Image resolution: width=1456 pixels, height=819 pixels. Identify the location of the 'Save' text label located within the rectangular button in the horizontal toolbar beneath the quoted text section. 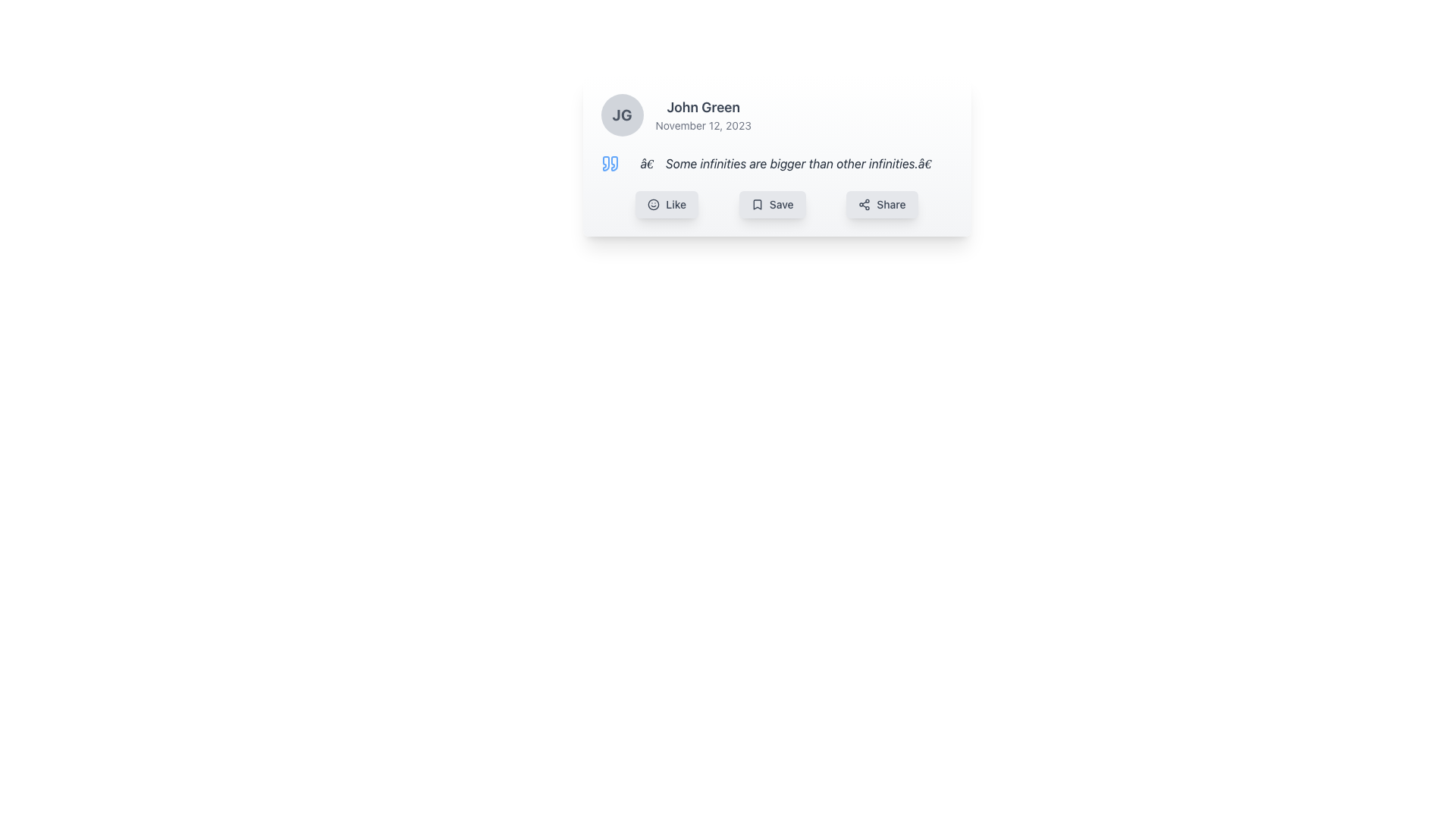
(781, 205).